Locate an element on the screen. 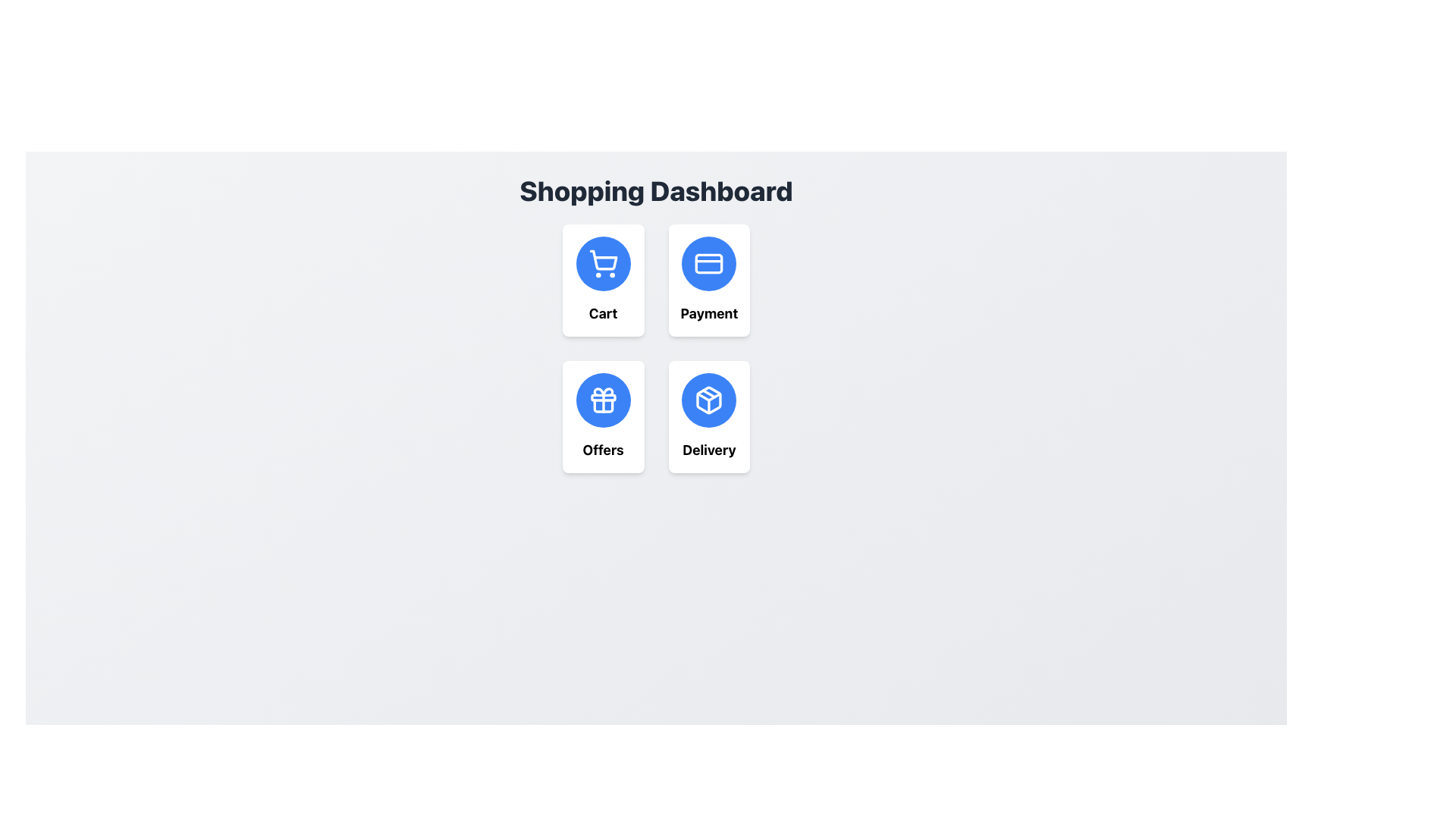 This screenshot has height=819, width=1456. the 'Cart' icon located within the first card of the 2x2 grid below 'Shopping Dashboard' is located at coordinates (602, 262).